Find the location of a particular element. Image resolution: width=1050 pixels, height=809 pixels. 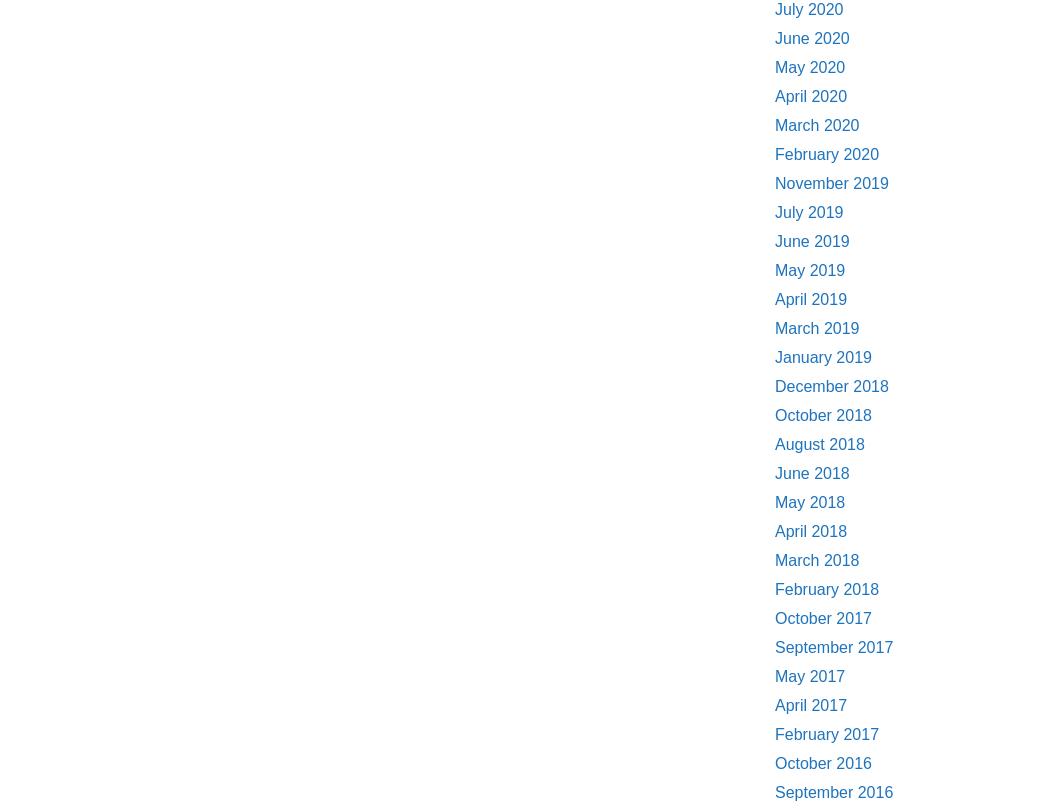

'July 2019' is located at coordinates (808, 211).